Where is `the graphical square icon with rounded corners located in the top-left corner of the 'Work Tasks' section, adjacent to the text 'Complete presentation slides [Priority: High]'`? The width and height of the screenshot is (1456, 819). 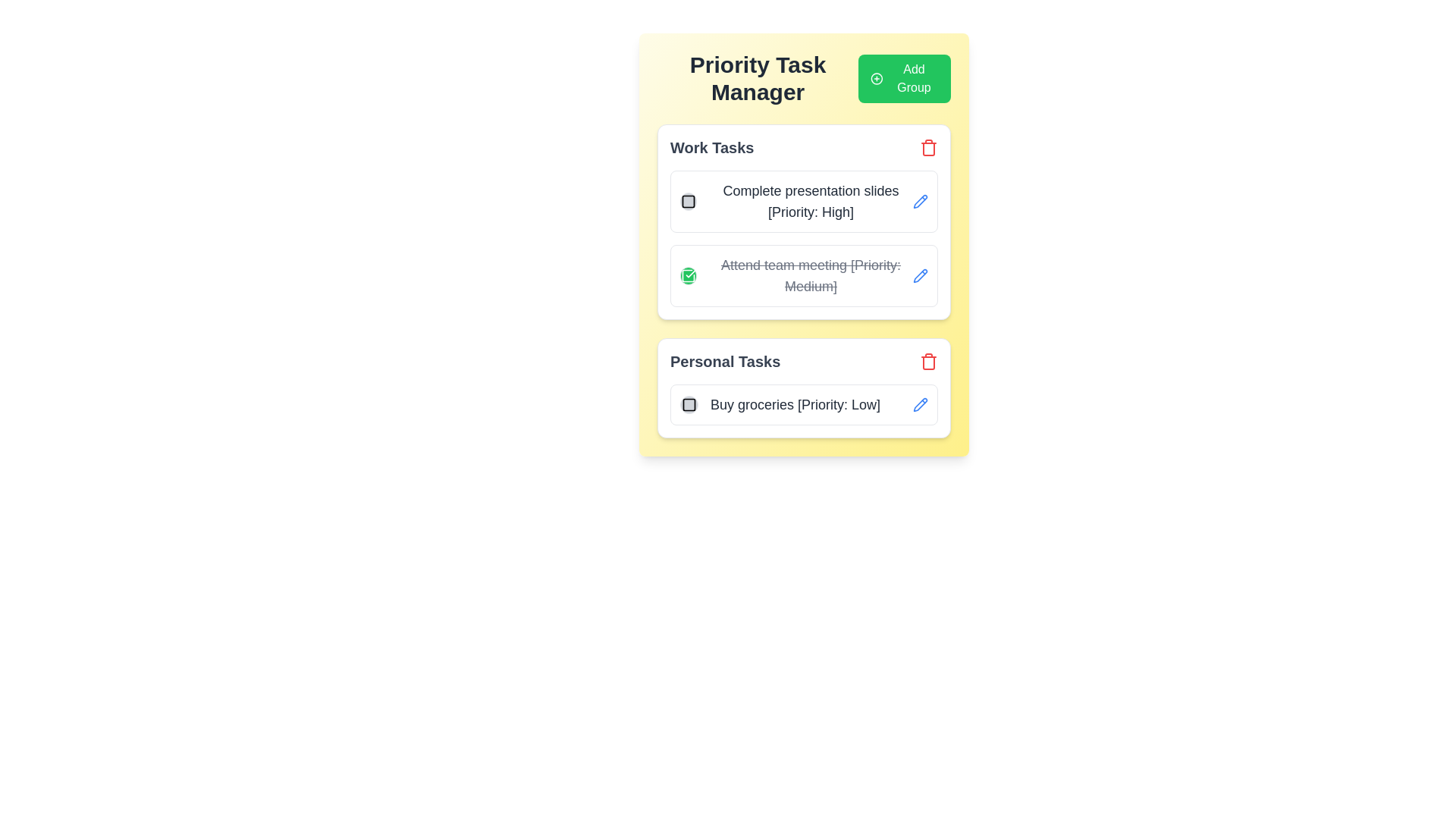 the graphical square icon with rounded corners located in the top-left corner of the 'Work Tasks' section, adjacent to the text 'Complete presentation slides [Priority: High]' is located at coordinates (687, 201).